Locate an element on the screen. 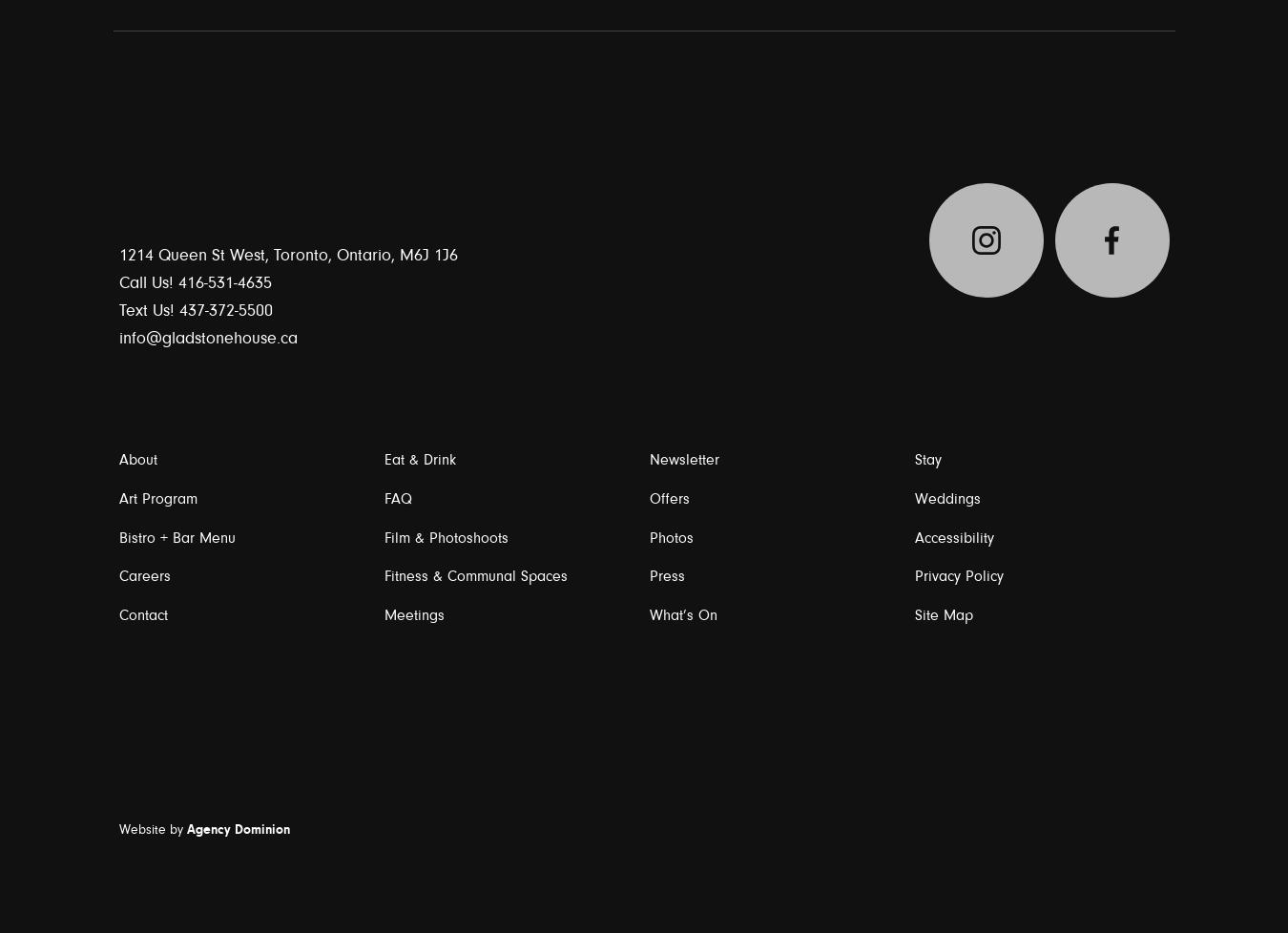  'Text Us! 437-372-5500' is located at coordinates (195, 308).